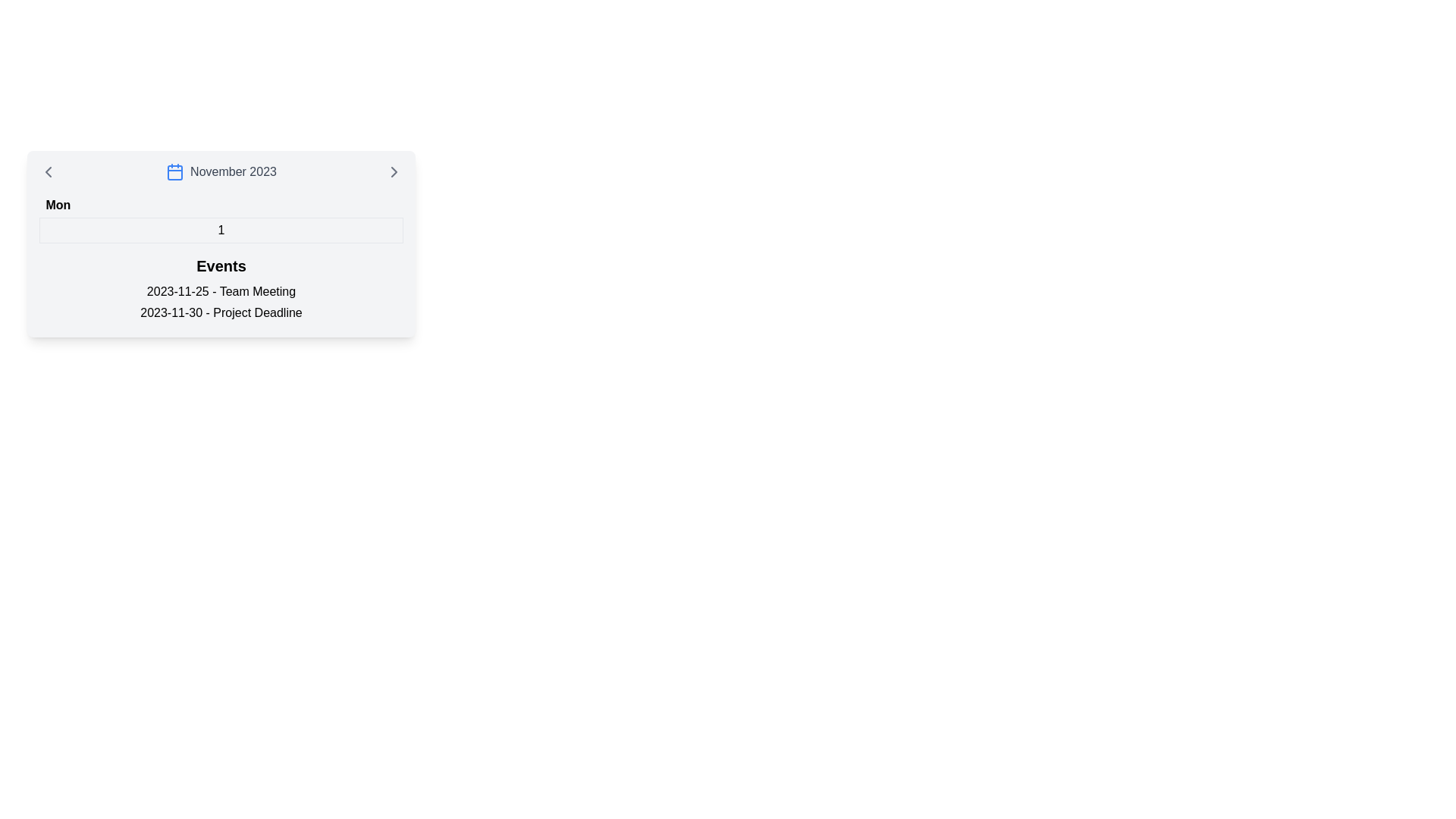 The width and height of the screenshot is (1456, 819). I want to click on the Table Cell element displaying 'Mon' and '1', so click(221, 218).